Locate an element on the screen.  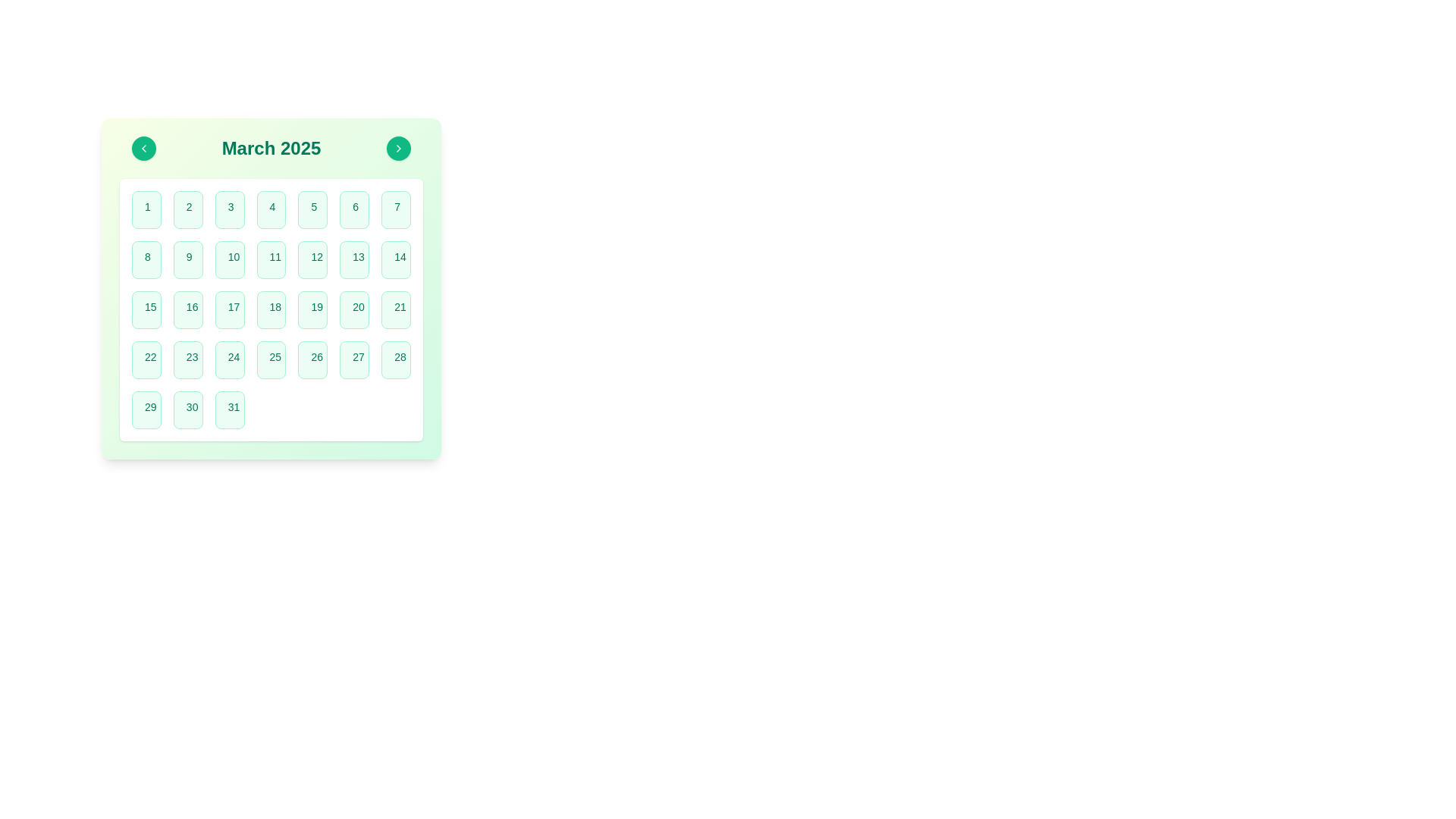
the Date cell in the calendar component that displays the number '26' in a medium-sized green font is located at coordinates (312, 359).